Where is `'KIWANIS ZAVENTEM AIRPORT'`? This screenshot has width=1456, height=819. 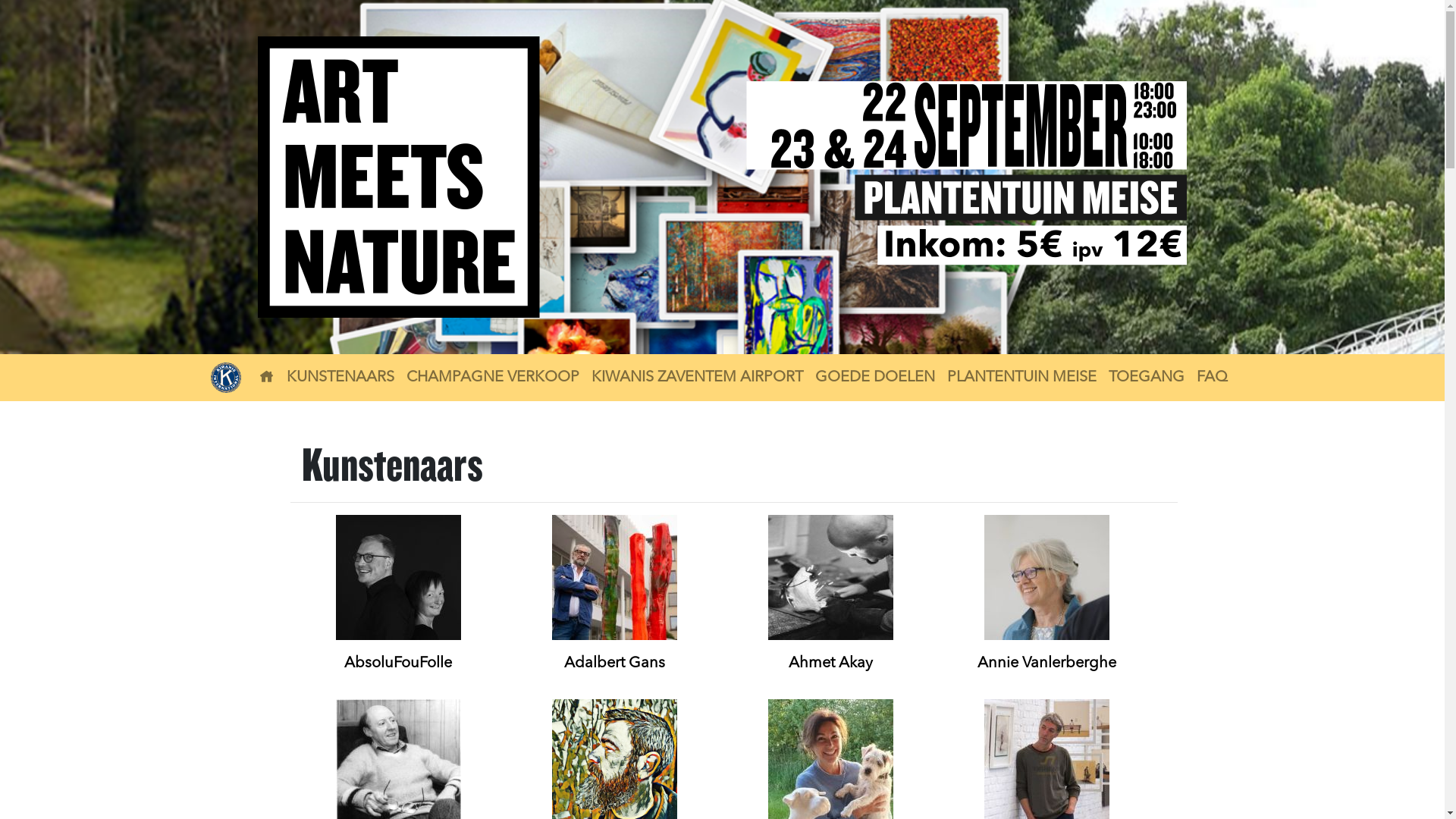 'KIWANIS ZAVENTEM AIRPORT' is located at coordinates (696, 376).